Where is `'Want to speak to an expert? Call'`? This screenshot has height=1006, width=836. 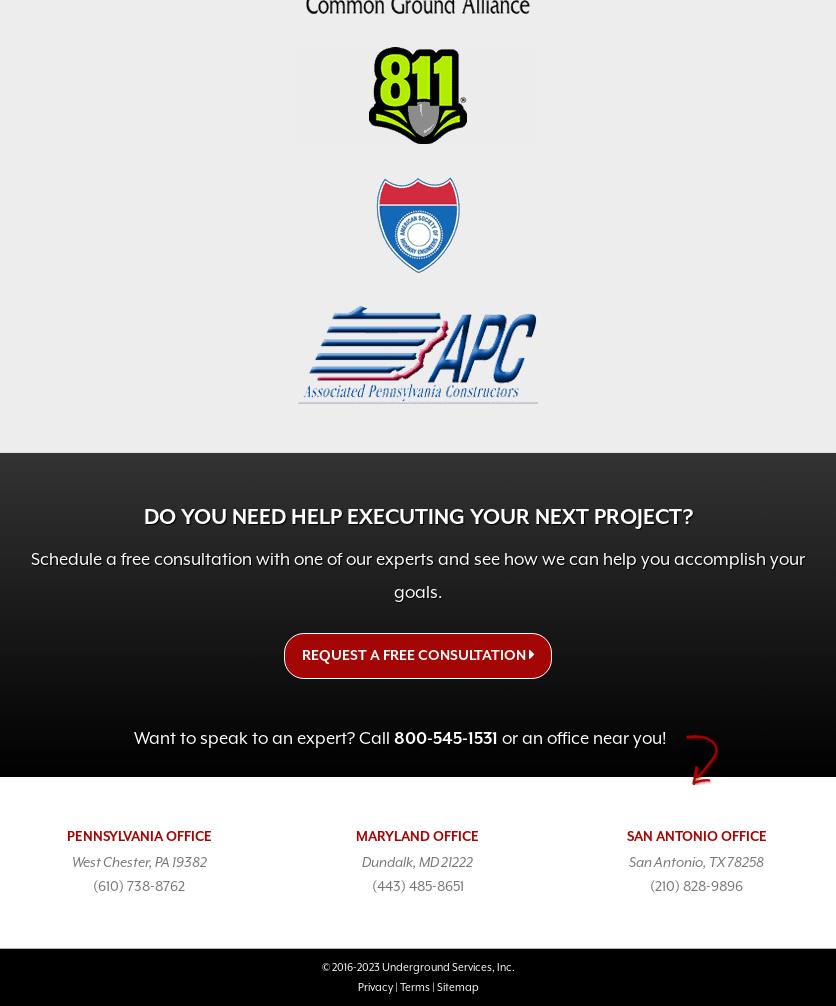 'Want to speak to an expert? Call' is located at coordinates (264, 736).